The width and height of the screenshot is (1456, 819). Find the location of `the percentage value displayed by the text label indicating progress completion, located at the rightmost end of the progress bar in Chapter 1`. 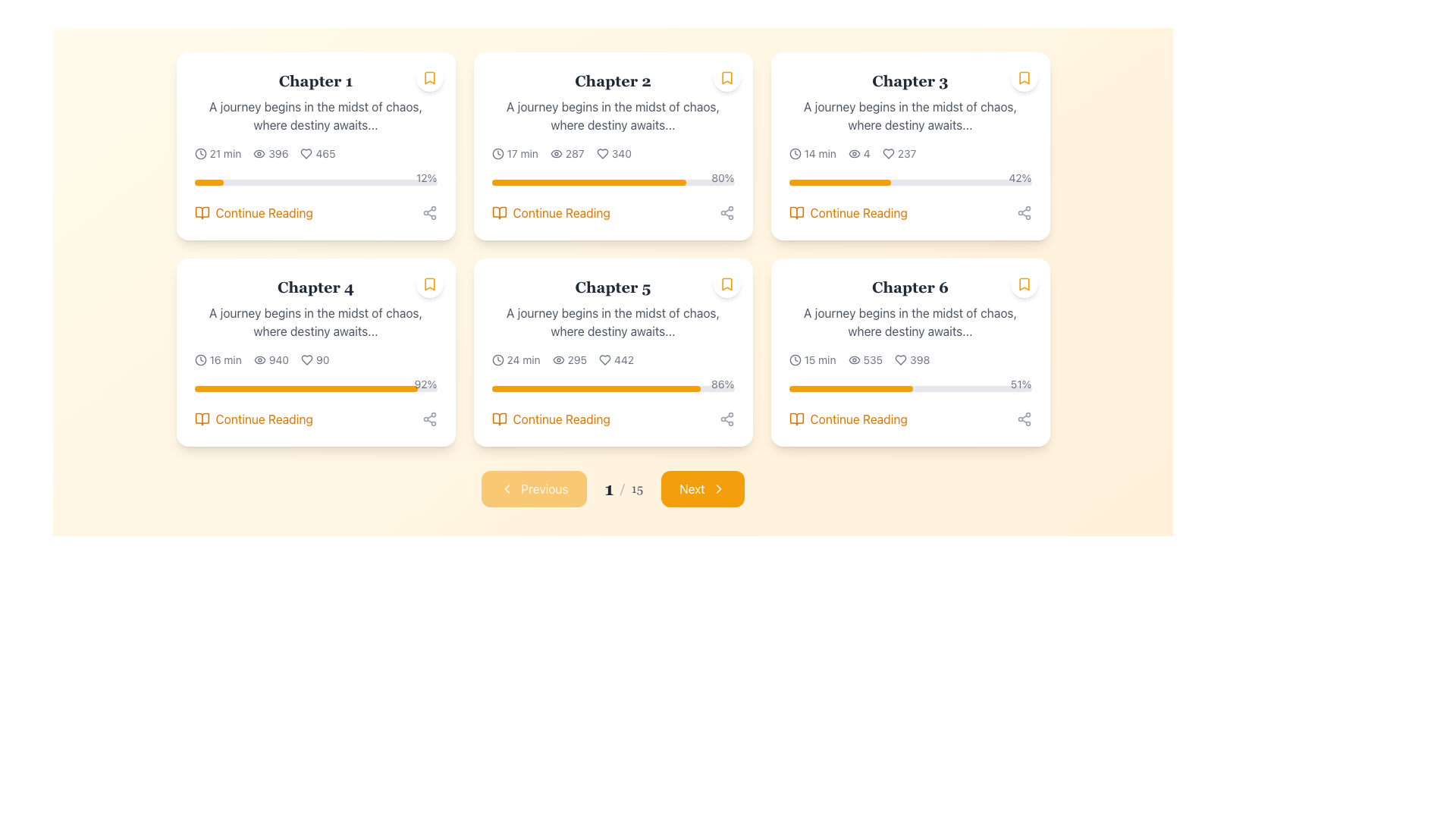

the percentage value displayed by the text label indicating progress completion, located at the rightmost end of the progress bar in Chapter 1 is located at coordinates (425, 177).